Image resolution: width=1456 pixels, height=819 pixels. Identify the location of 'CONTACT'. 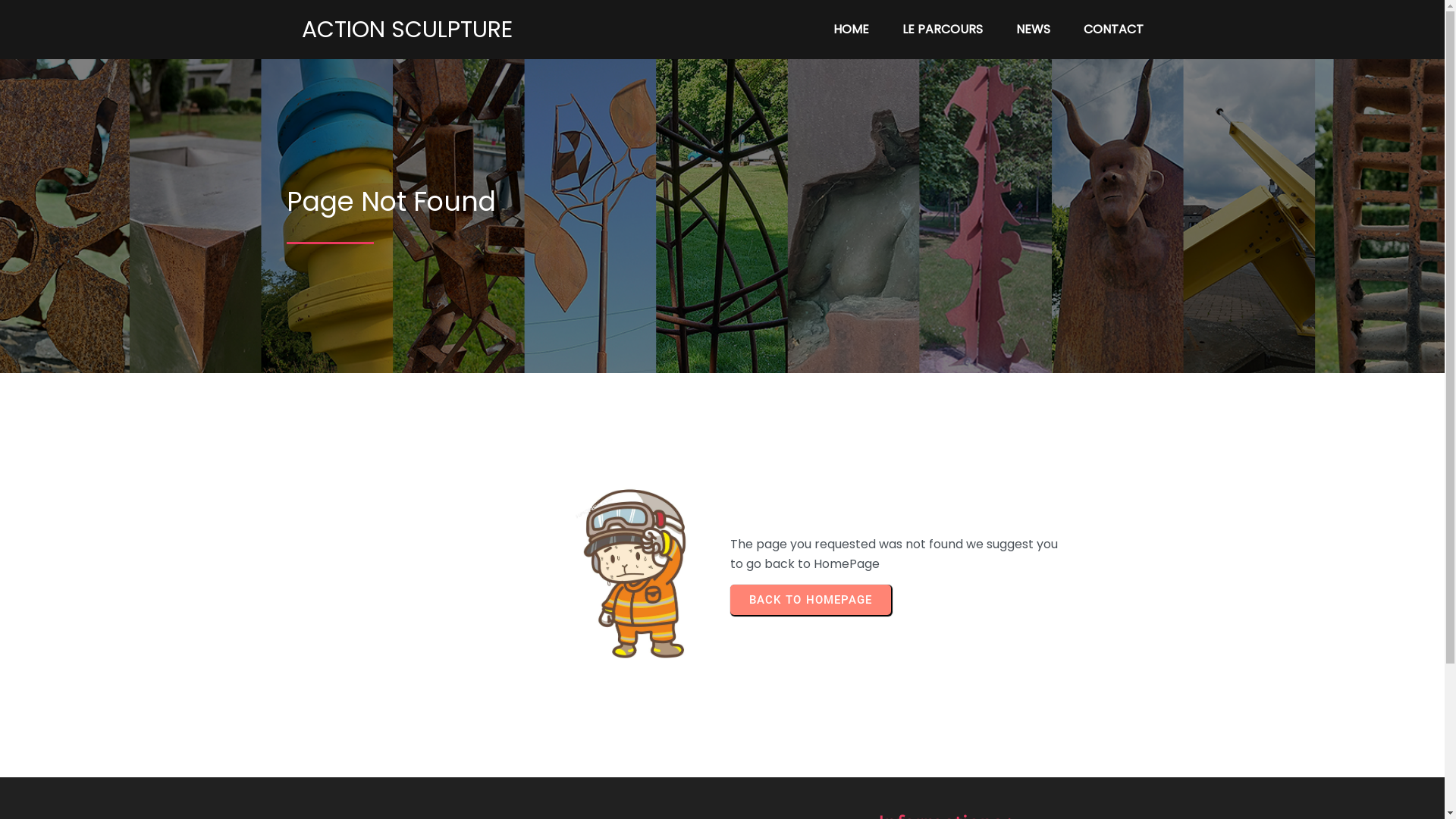
(1113, 29).